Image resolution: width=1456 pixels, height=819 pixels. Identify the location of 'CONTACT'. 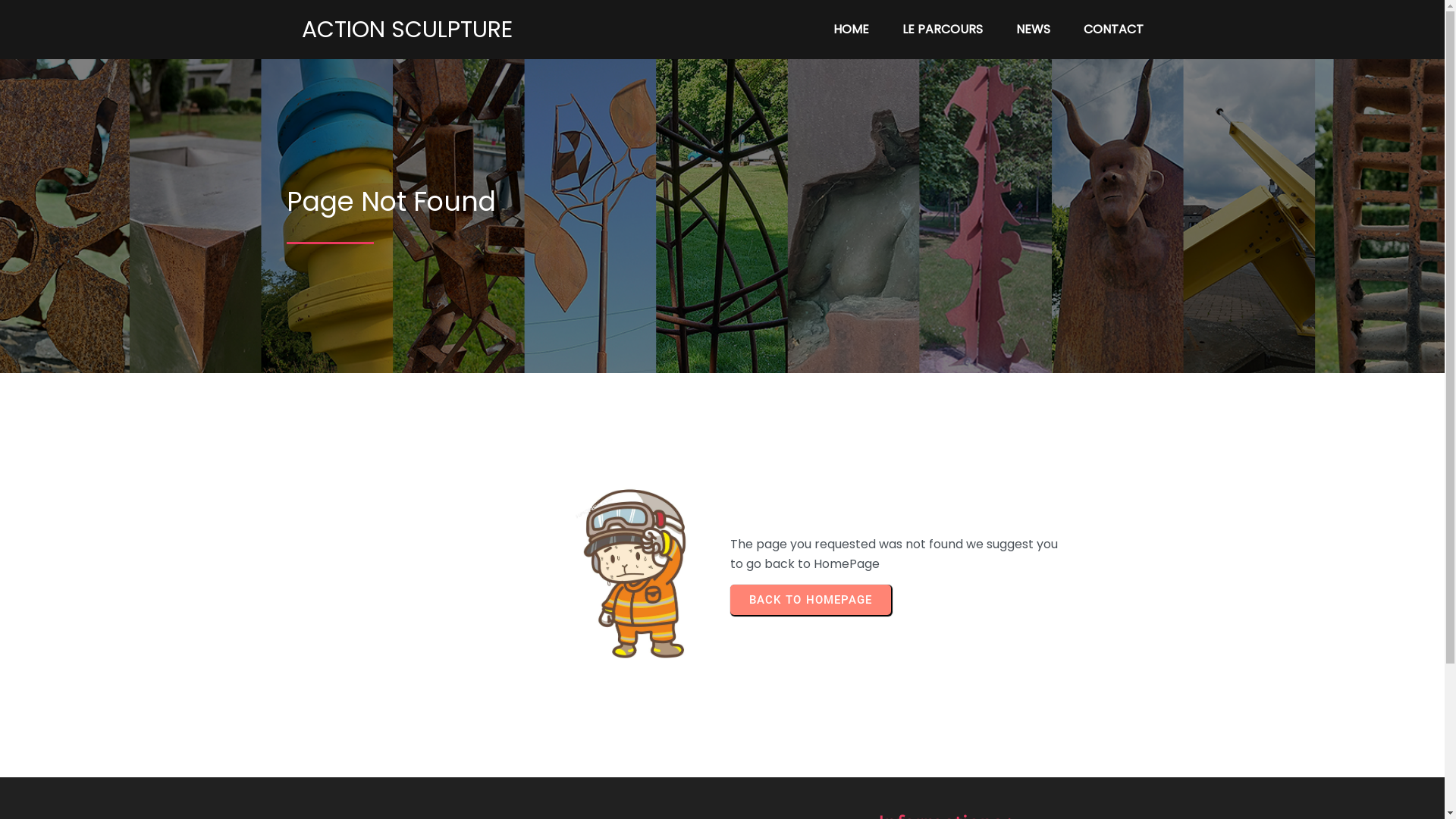
(1113, 29).